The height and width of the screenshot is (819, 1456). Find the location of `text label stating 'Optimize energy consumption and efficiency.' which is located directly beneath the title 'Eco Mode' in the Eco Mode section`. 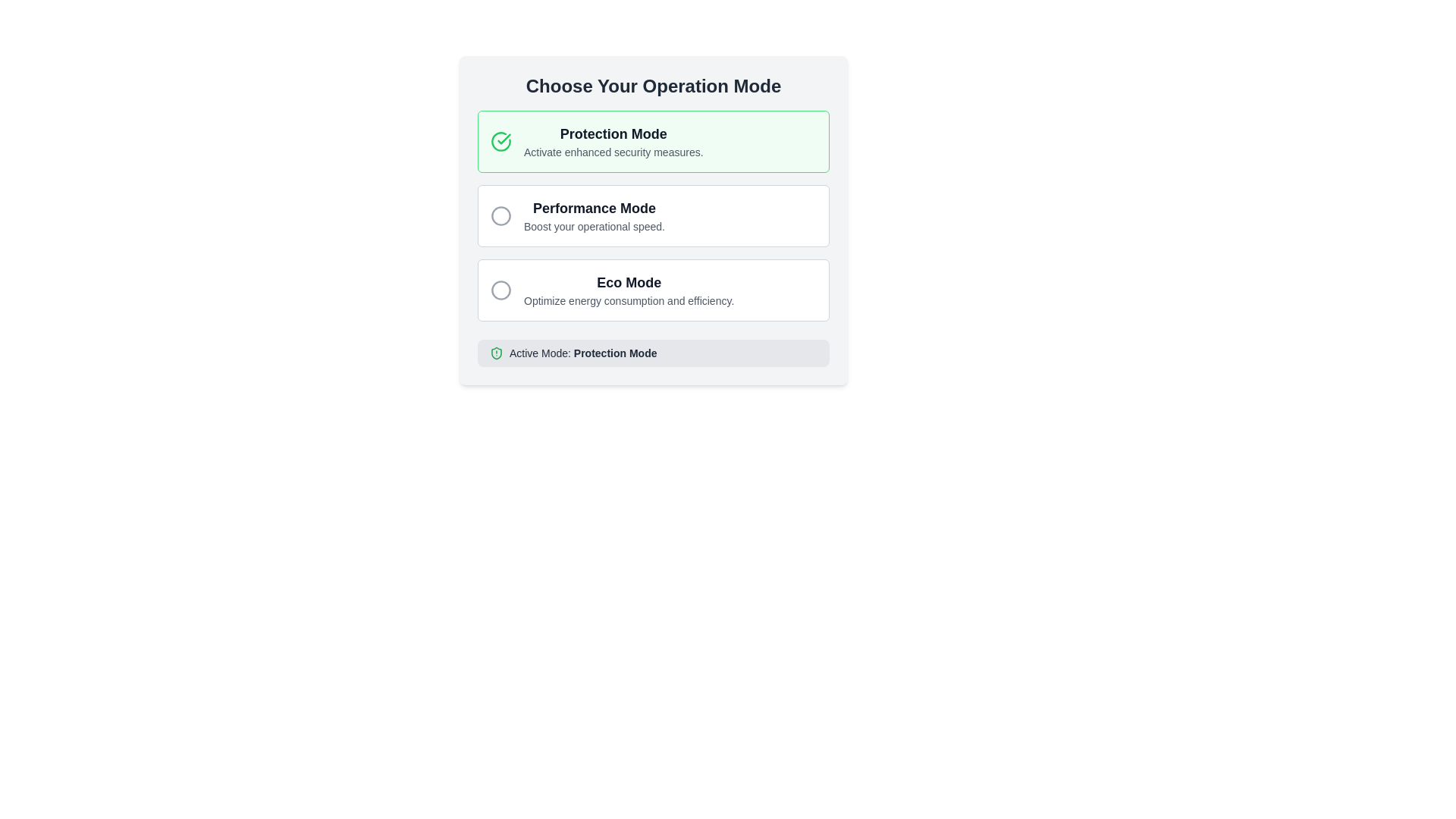

text label stating 'Optimize energy consumption and efficiency.' which is located directly beneath the title 'Eco Mode' in the Eco Mode section is located at coordinates (629, 301).